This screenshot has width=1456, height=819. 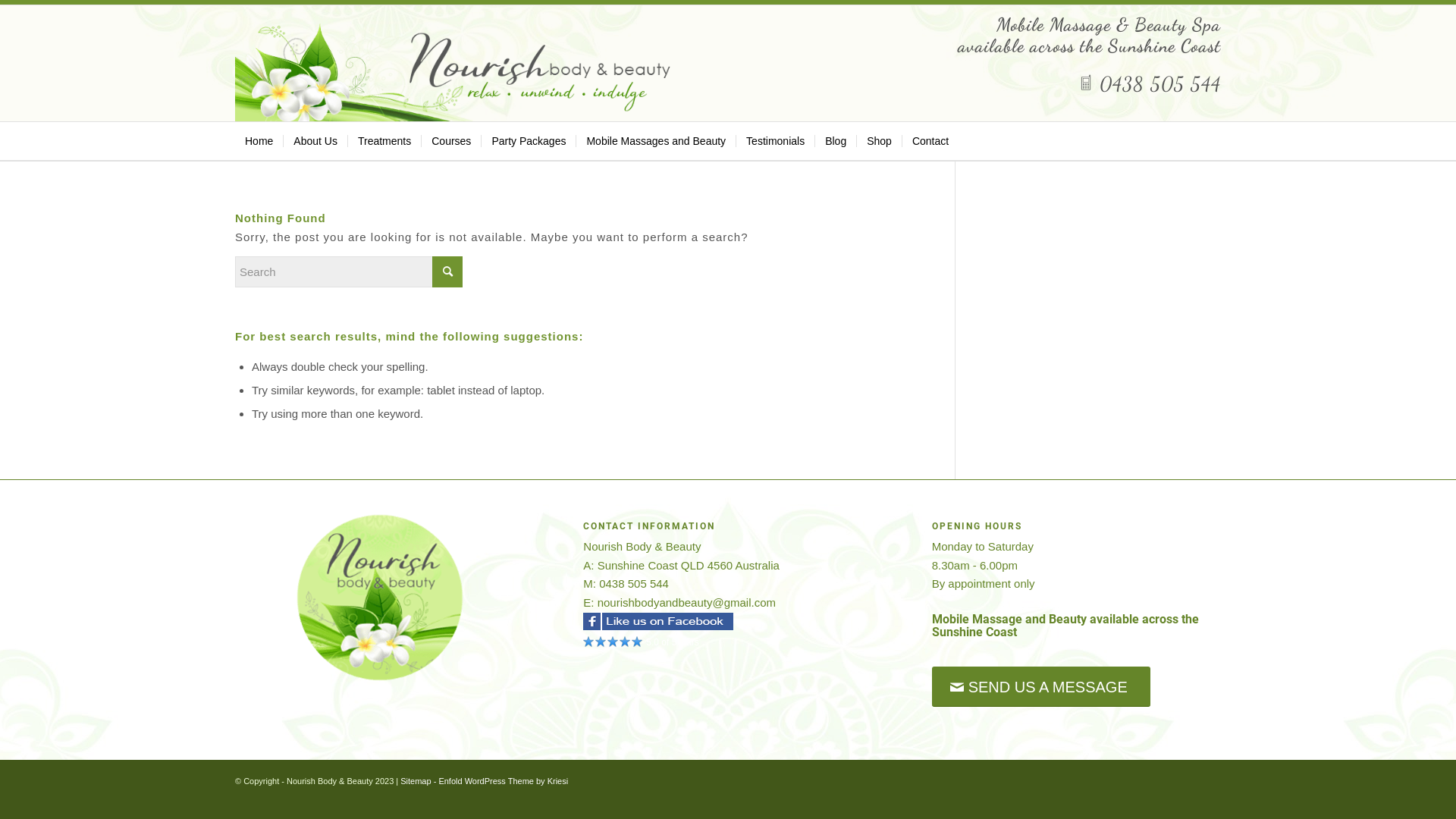 I want to click on 'Home', so click(x=234, y=140).